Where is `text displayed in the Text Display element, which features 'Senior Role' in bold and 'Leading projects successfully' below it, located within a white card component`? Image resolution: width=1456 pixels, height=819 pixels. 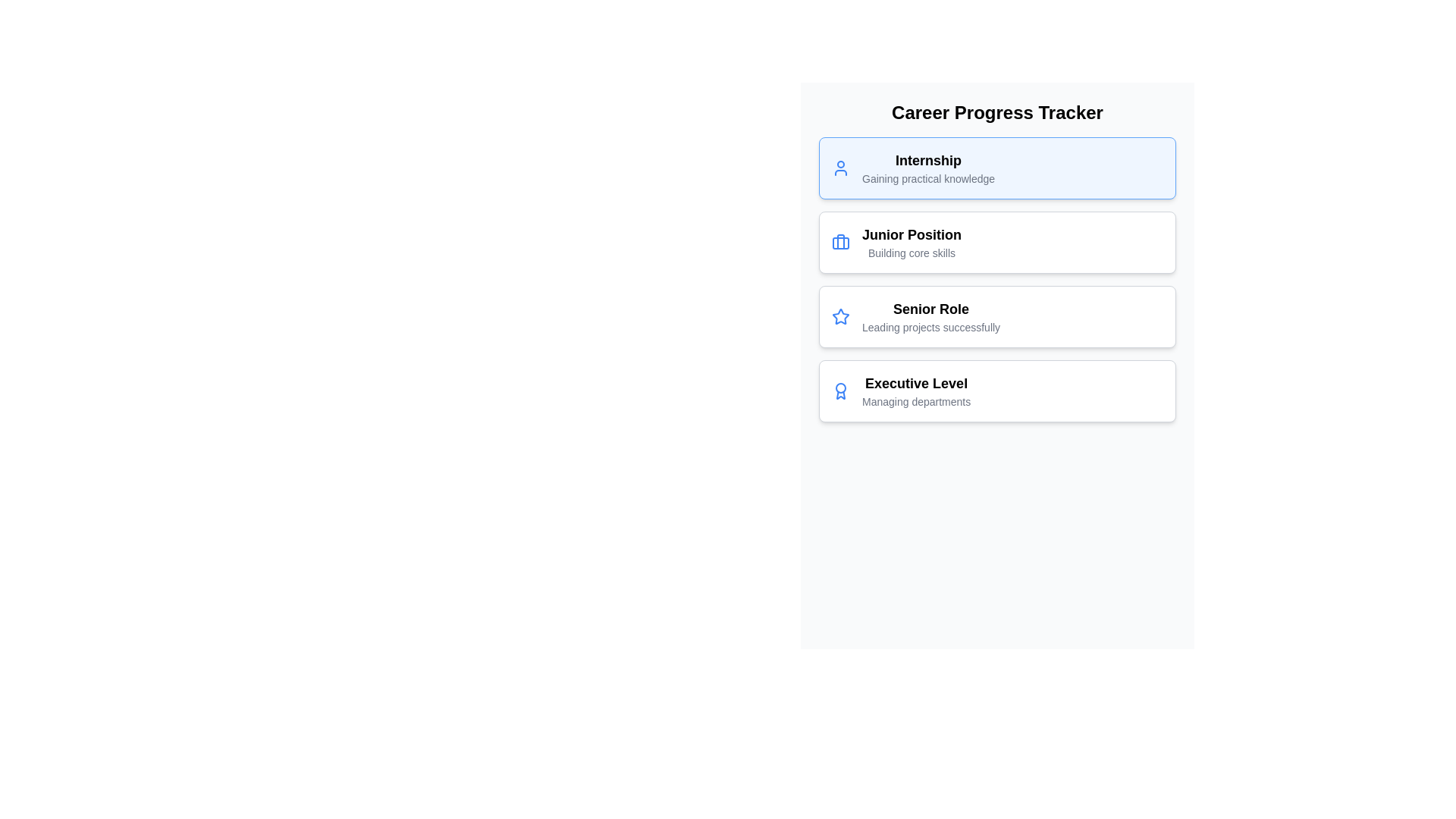
text displayed in the Text Display element, which features 'Senior Role' in bold and 'Leading projects successfully' below it, located within a white card component is located at coordinates (930, 315).